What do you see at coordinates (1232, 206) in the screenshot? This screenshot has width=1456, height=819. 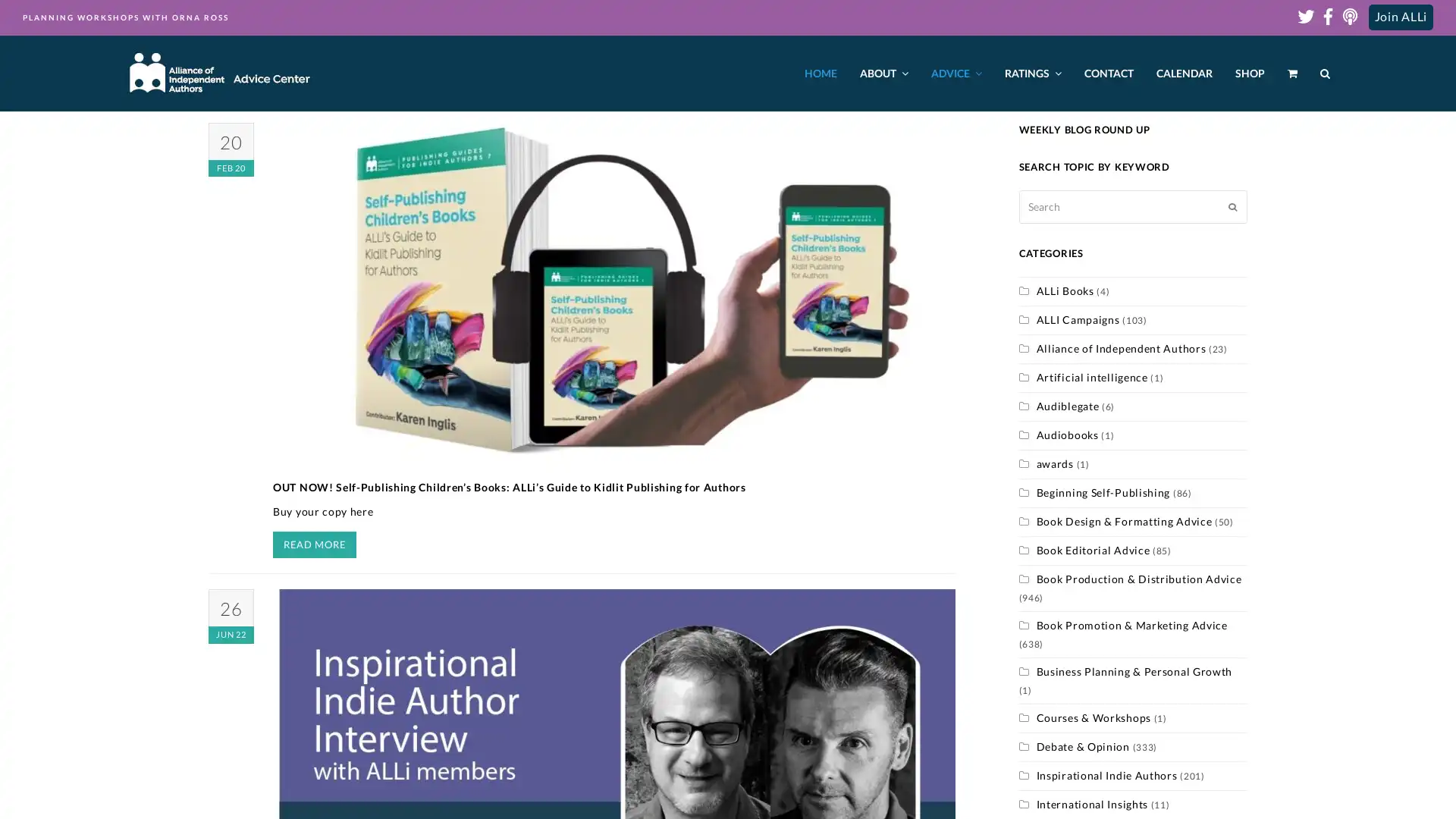 I see `SUBMIT` at bounding box center [1232, 206].